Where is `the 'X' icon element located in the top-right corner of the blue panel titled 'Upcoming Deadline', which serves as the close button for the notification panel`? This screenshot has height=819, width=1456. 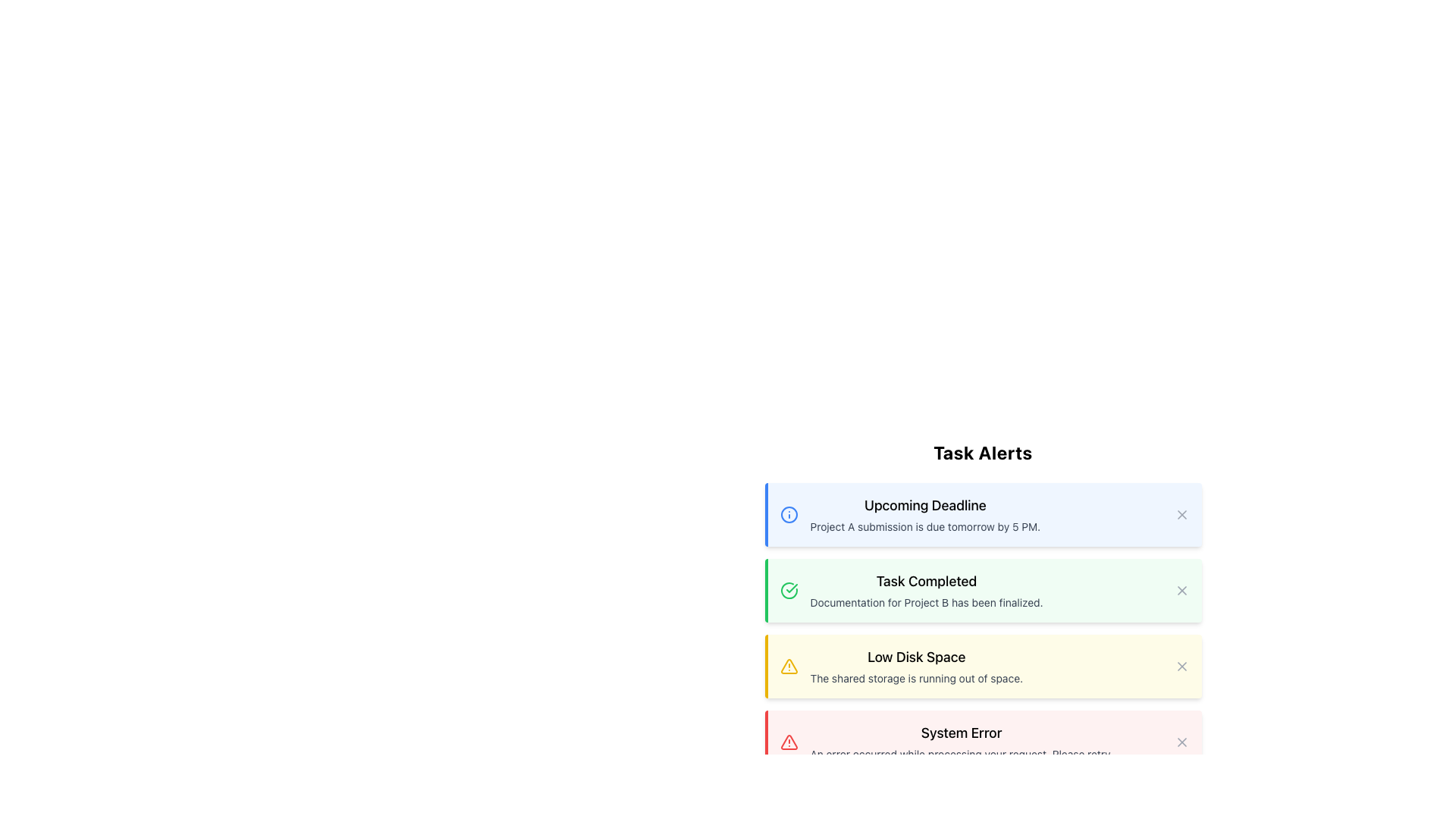 the 'X' icon element located in the top-right corner of the blue panel titled 'Upcoming Deadline', which serves as the close button for the notification panel is located at coordinates (1181, 513).